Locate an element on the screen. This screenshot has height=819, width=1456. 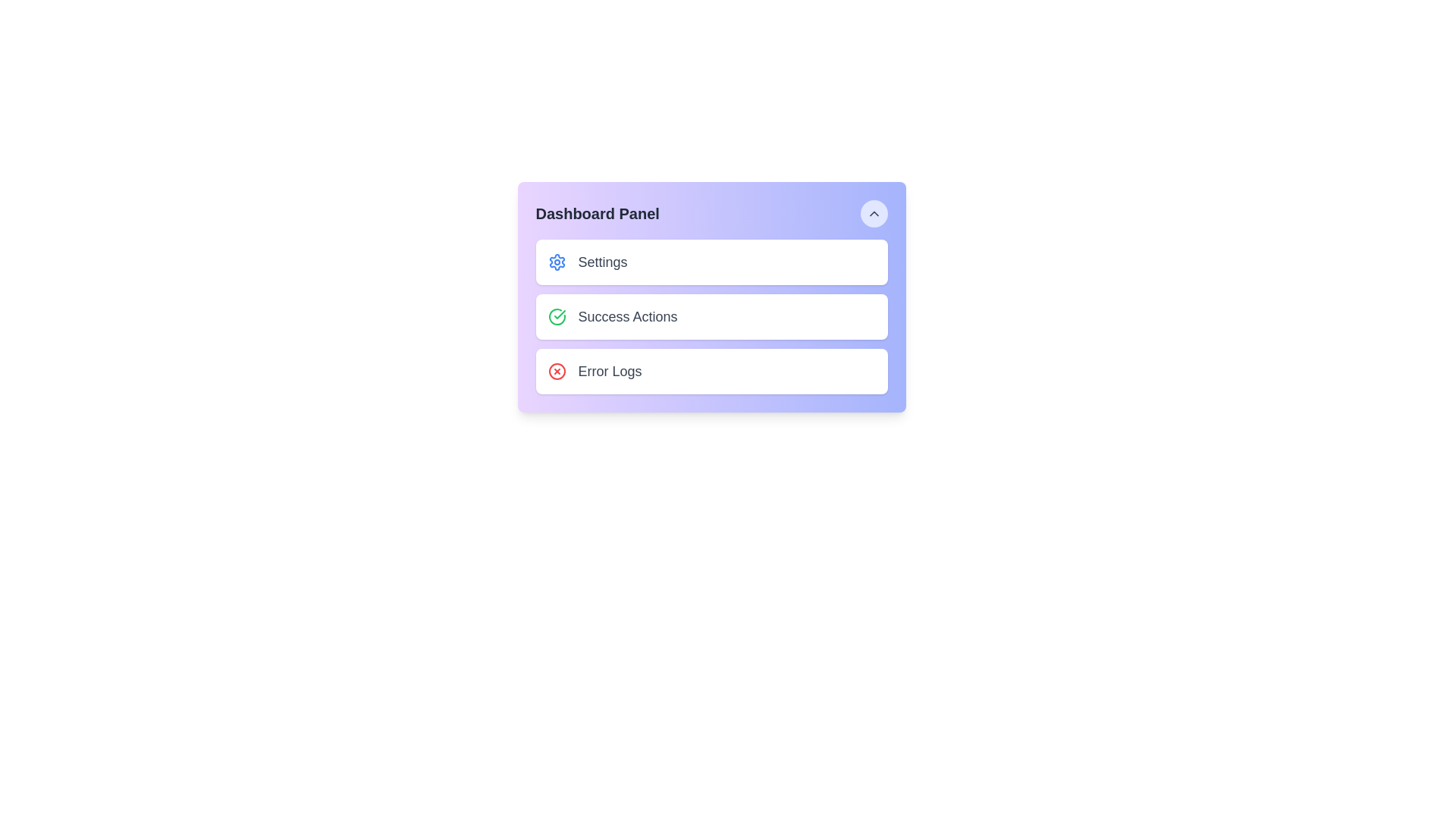
the SVG Circle Component that forms the visual boundary of the error icon located to the left of the 'Error Logs' text in the dashboard panel is located at coordinates (556, 371).